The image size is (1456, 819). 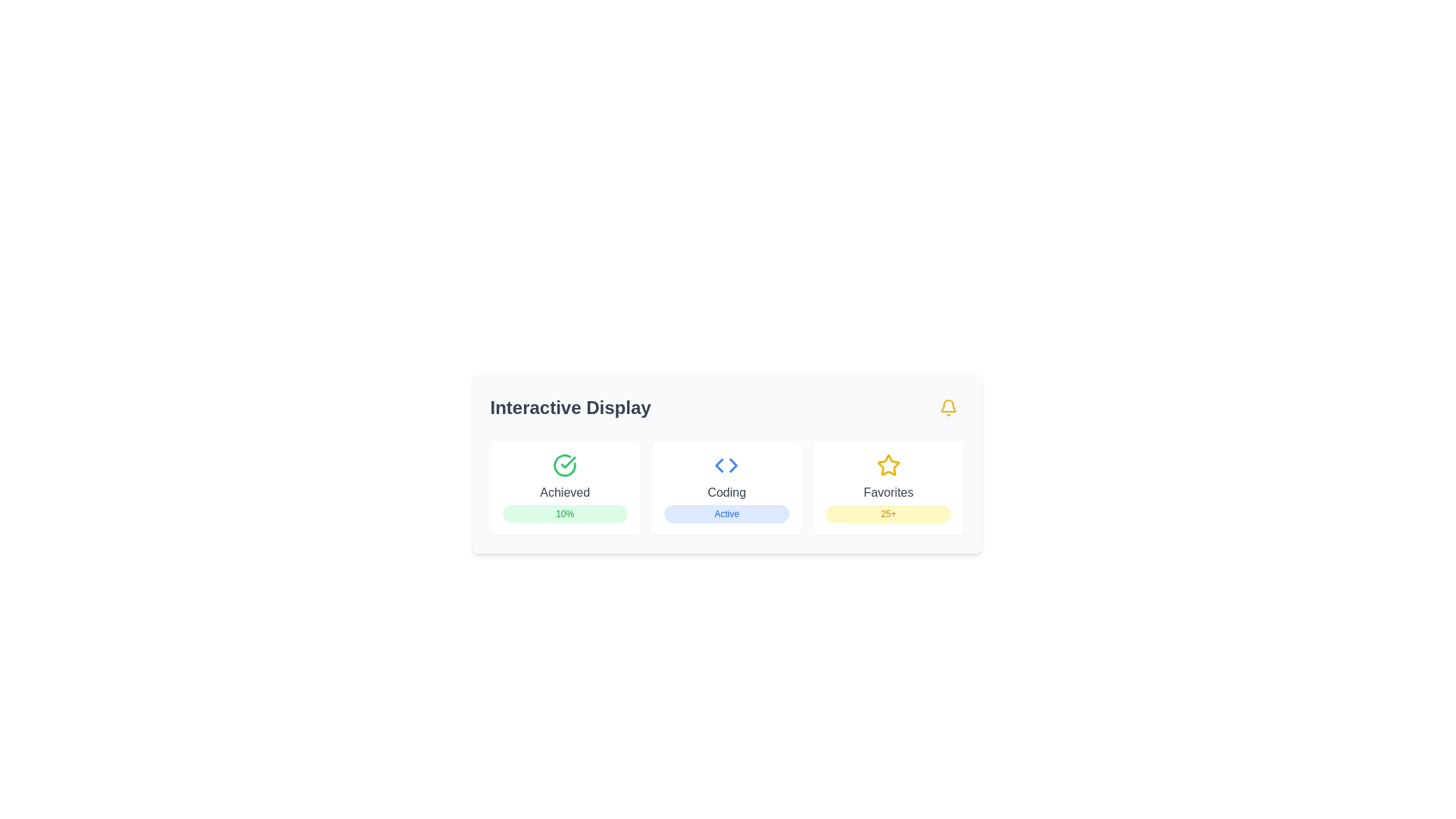 What do you see at coordinates (726, 488) in the screenshot?
I see `the second card-like display component in the grid` at bounding box center [726, 488].